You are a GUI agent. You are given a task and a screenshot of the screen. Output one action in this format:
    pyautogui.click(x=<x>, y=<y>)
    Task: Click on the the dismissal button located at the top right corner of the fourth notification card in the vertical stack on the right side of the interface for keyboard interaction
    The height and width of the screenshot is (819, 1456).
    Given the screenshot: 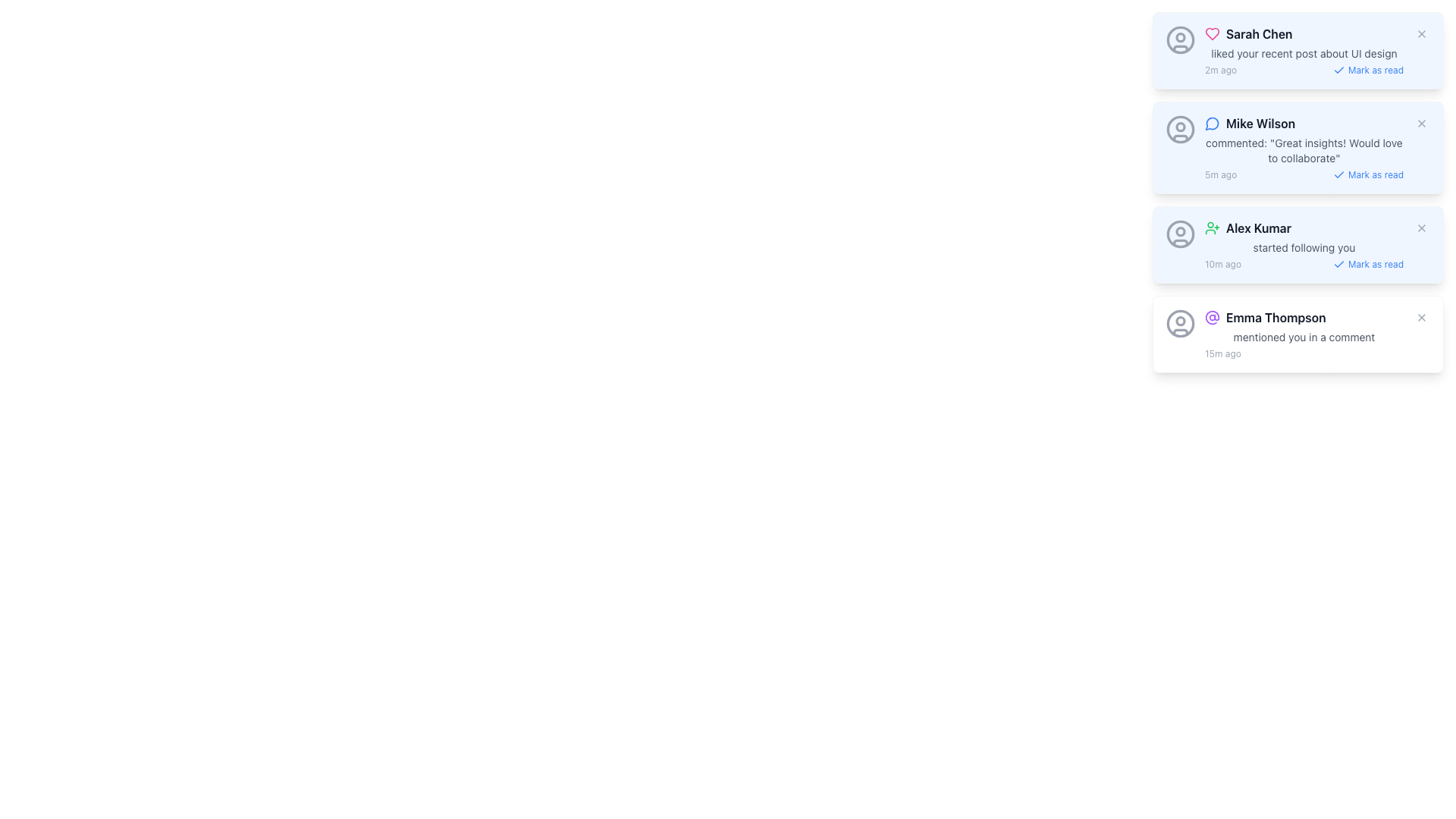 What is the action you would take?
    pyautogui.click(x=1421, y=317)
    